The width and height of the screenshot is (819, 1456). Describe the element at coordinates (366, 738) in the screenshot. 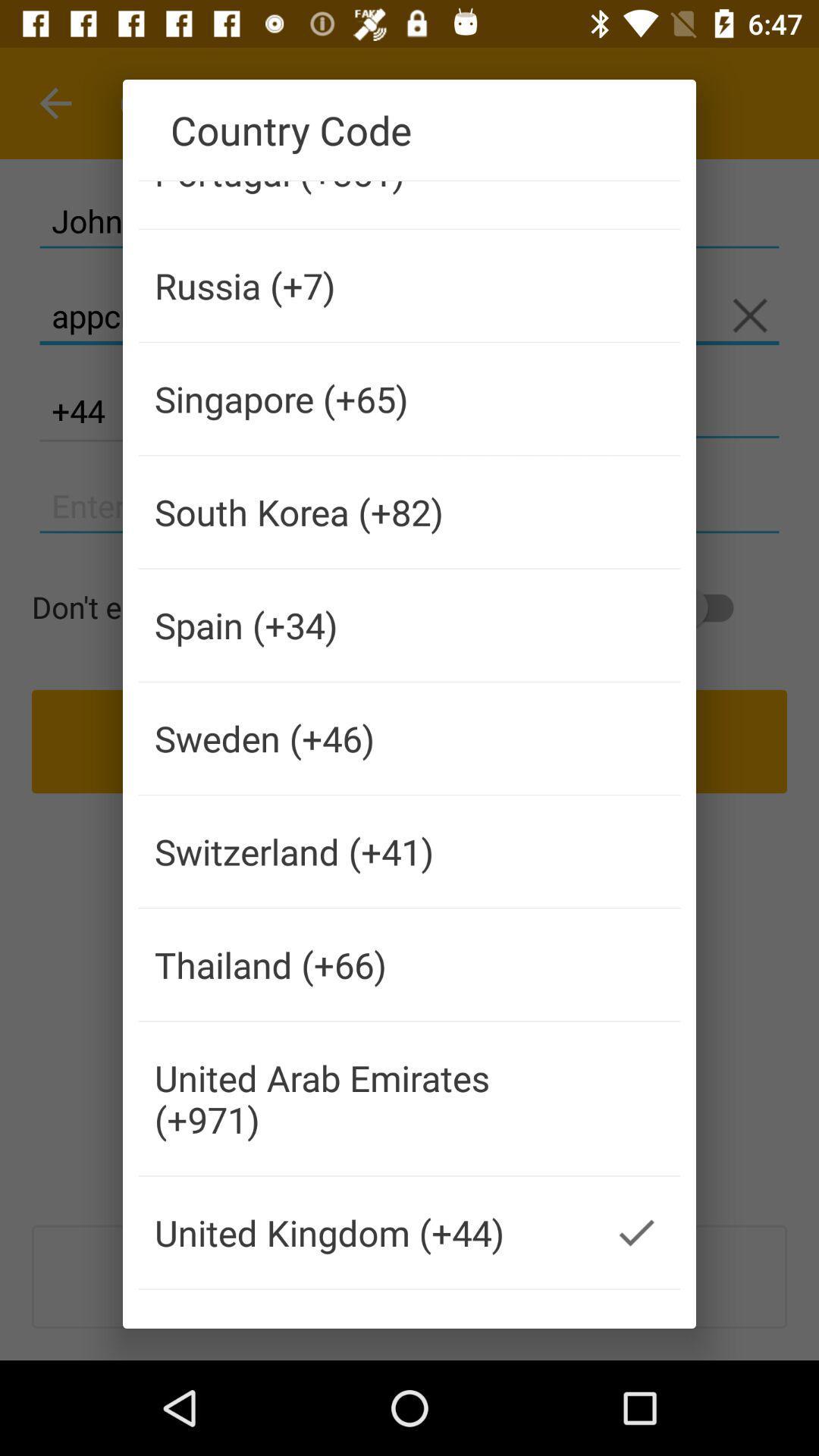

I see `icon below spain (+34)` at that location.